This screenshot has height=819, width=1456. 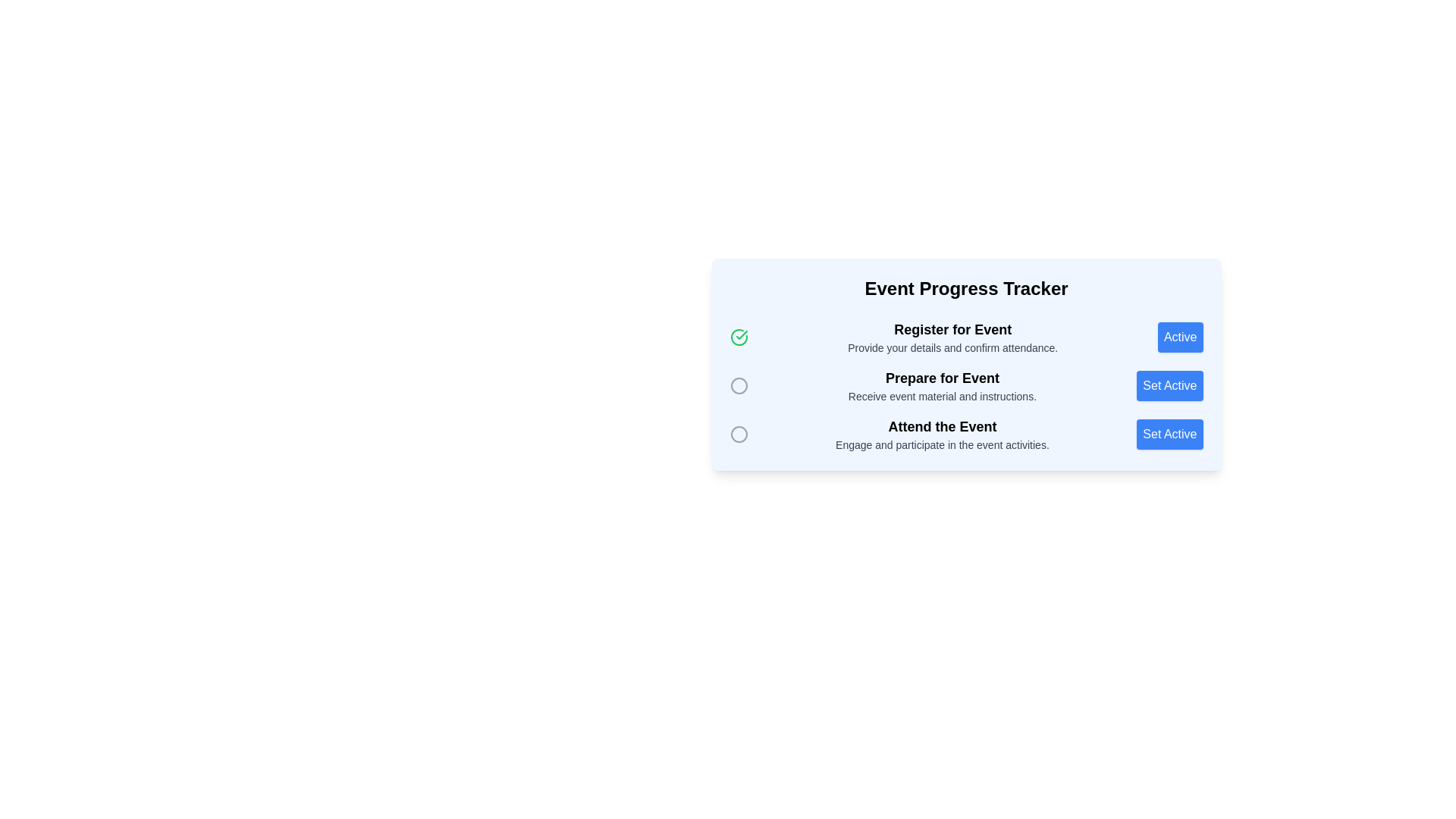 I want to click on the second circular status icon with a gray border in the progress tracker interface, which is positioned below the green checkmark and above the lower empty circle, so click(x=739, y=385).